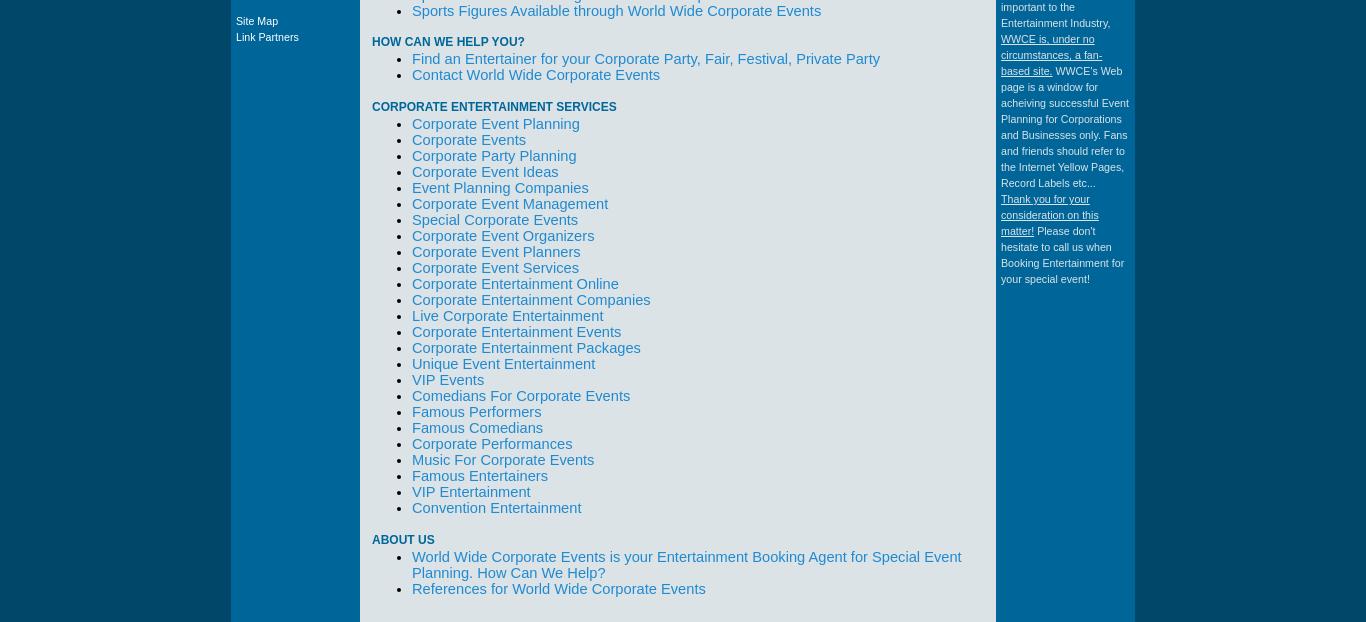 The image size is (1366, 622). Describe the element at coordinates (401, 538) in the screenshot. I see `'About Us'` at that location.